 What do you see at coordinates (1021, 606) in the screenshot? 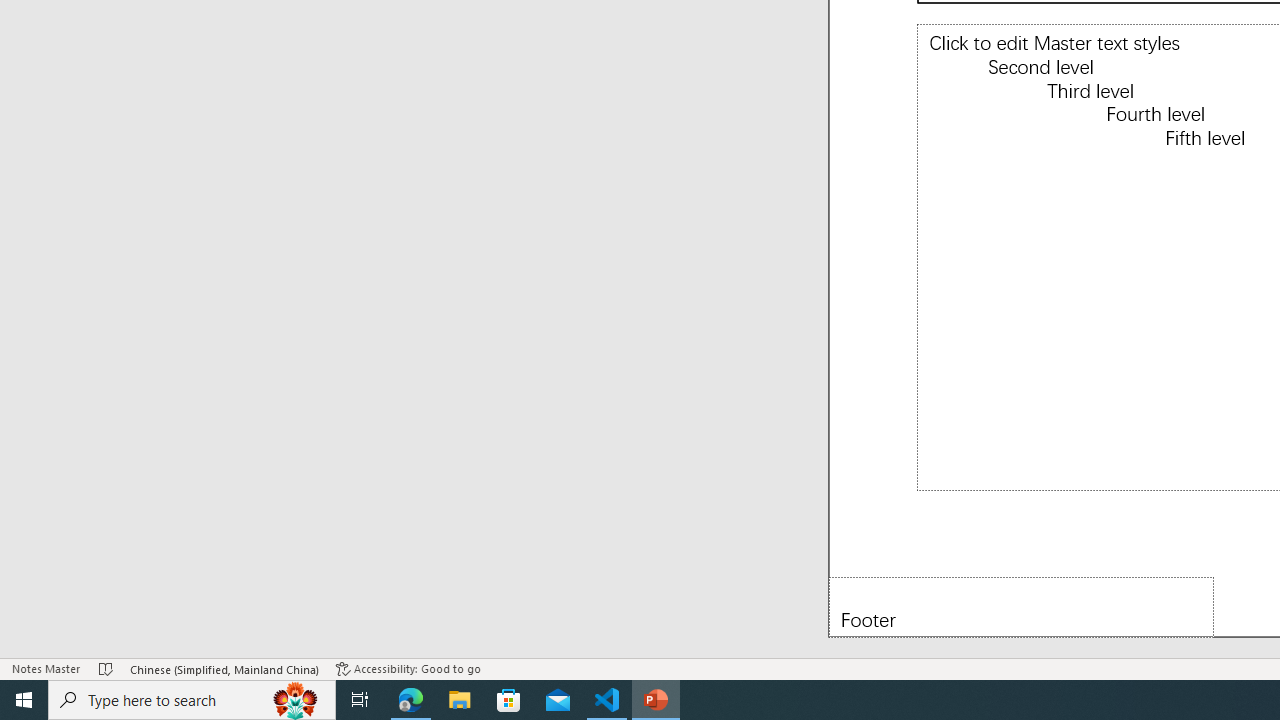
I see `'Footer'` at bounding box center [1021, 606].